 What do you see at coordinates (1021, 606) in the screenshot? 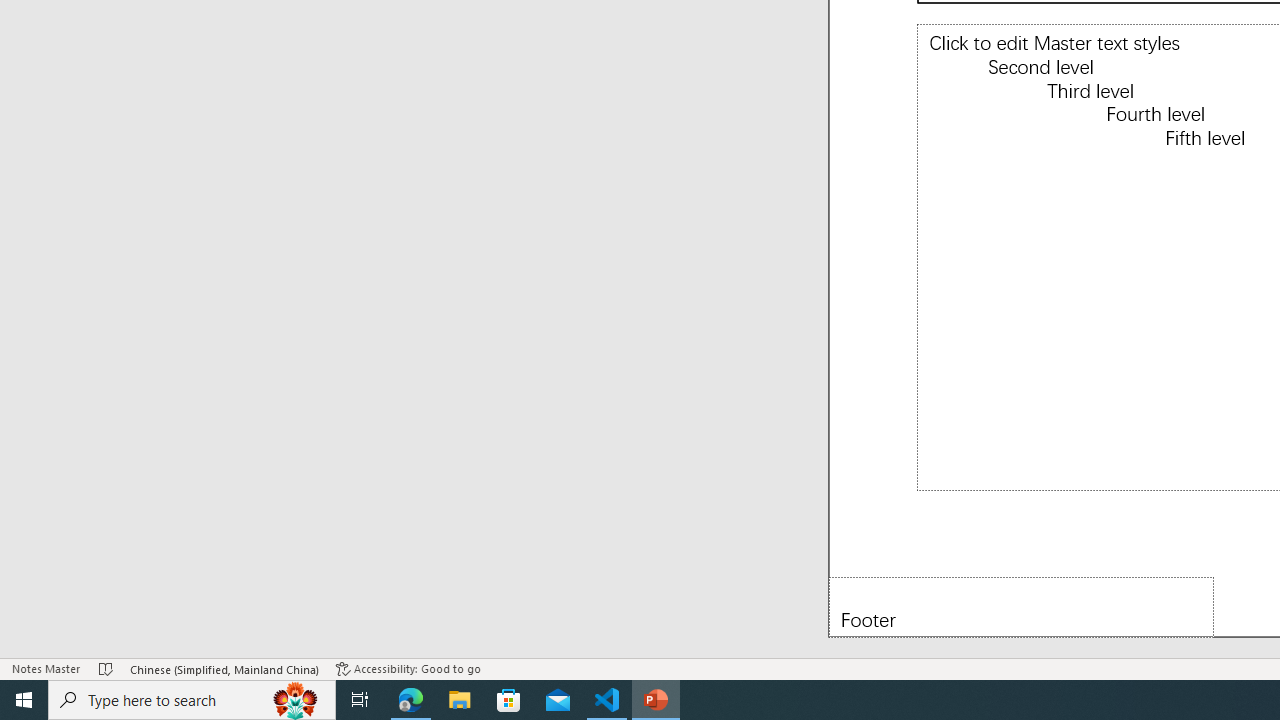
I see `'Footer'` at bounding box center [1021, 606].